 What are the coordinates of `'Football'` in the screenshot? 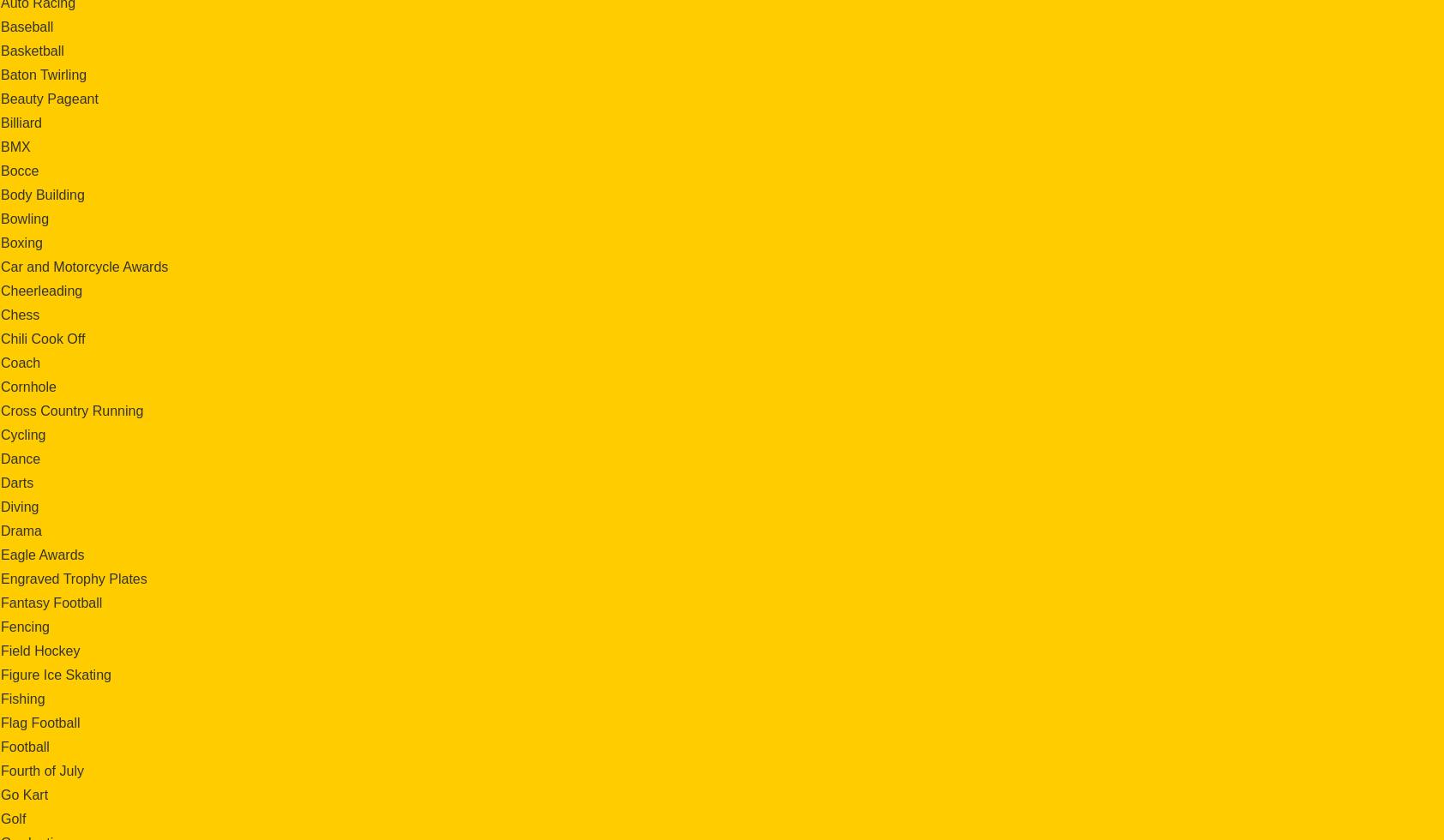 It's located at (23, 746).